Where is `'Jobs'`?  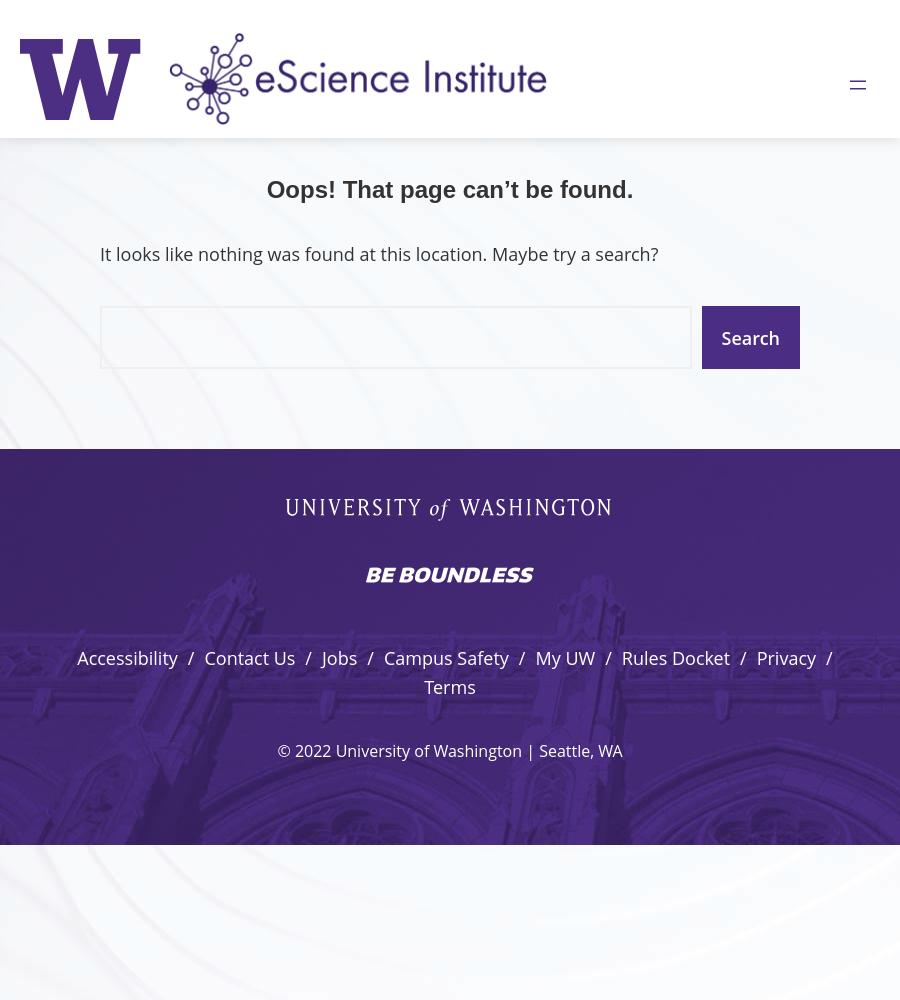
'Jobs' is located at coordinates (339, 658).